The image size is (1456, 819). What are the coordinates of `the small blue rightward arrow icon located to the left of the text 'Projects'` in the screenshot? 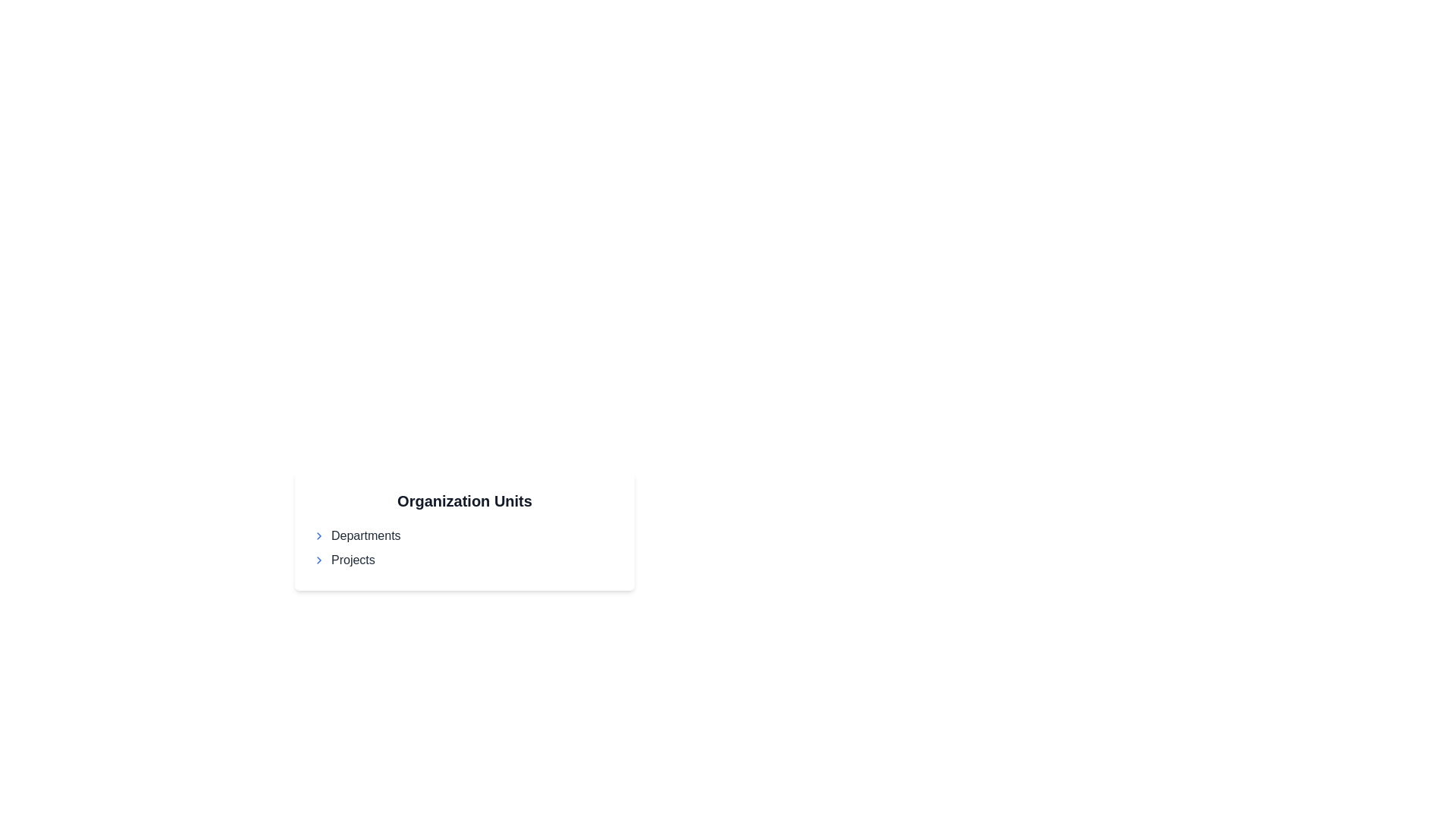 It's located at (318, 560).